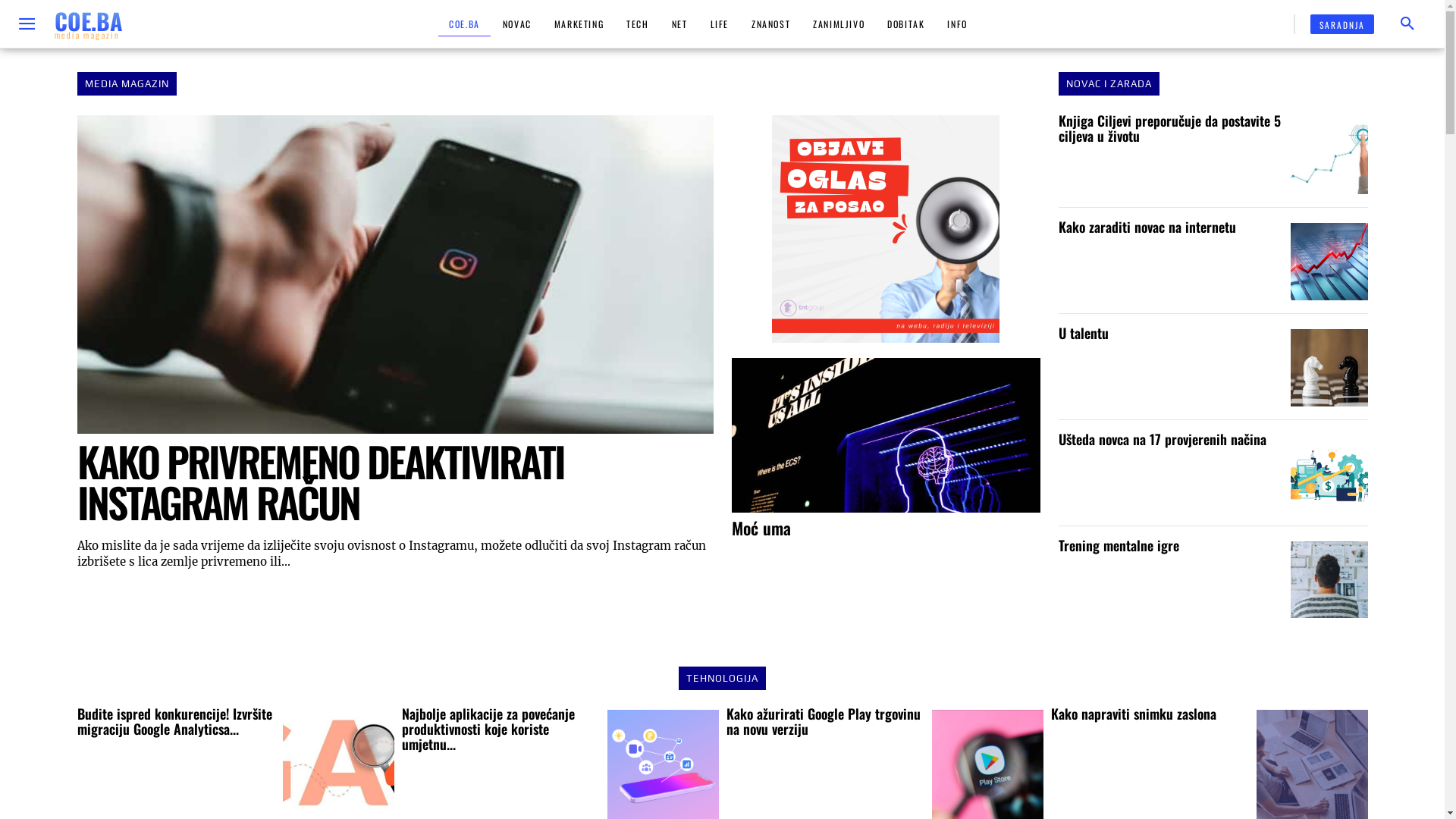  Describe the element at coordinates (679, 24) in the screenshot. I see `'NET'` at that location.